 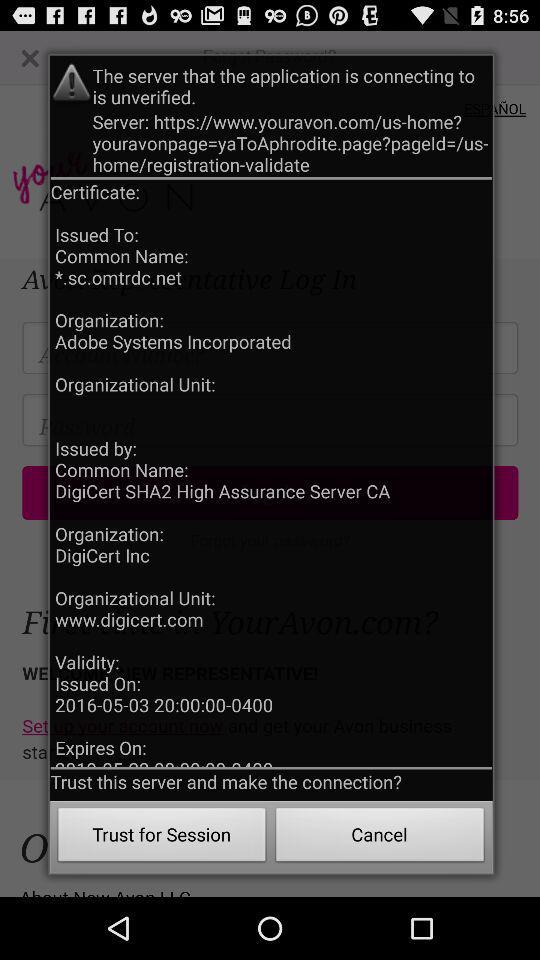 What do you see at coordinates (161, 837) in the screenshot?
I see `icon to the left of cancel` at bounding box center [161, 837].